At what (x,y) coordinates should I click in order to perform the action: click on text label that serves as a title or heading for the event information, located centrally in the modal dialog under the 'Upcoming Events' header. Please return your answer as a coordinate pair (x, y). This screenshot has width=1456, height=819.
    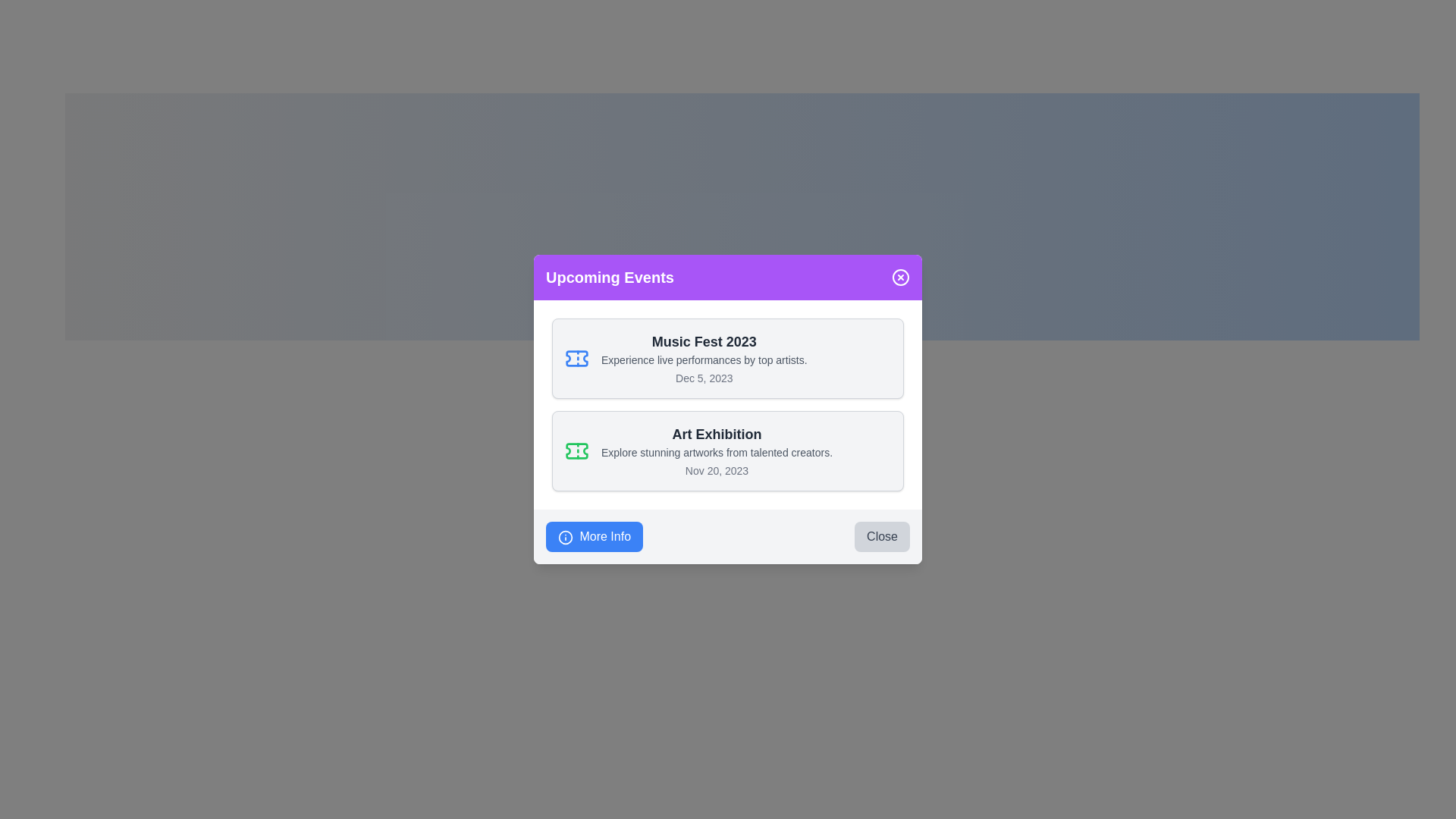
    Looking at the image, I should click on (716, 435).